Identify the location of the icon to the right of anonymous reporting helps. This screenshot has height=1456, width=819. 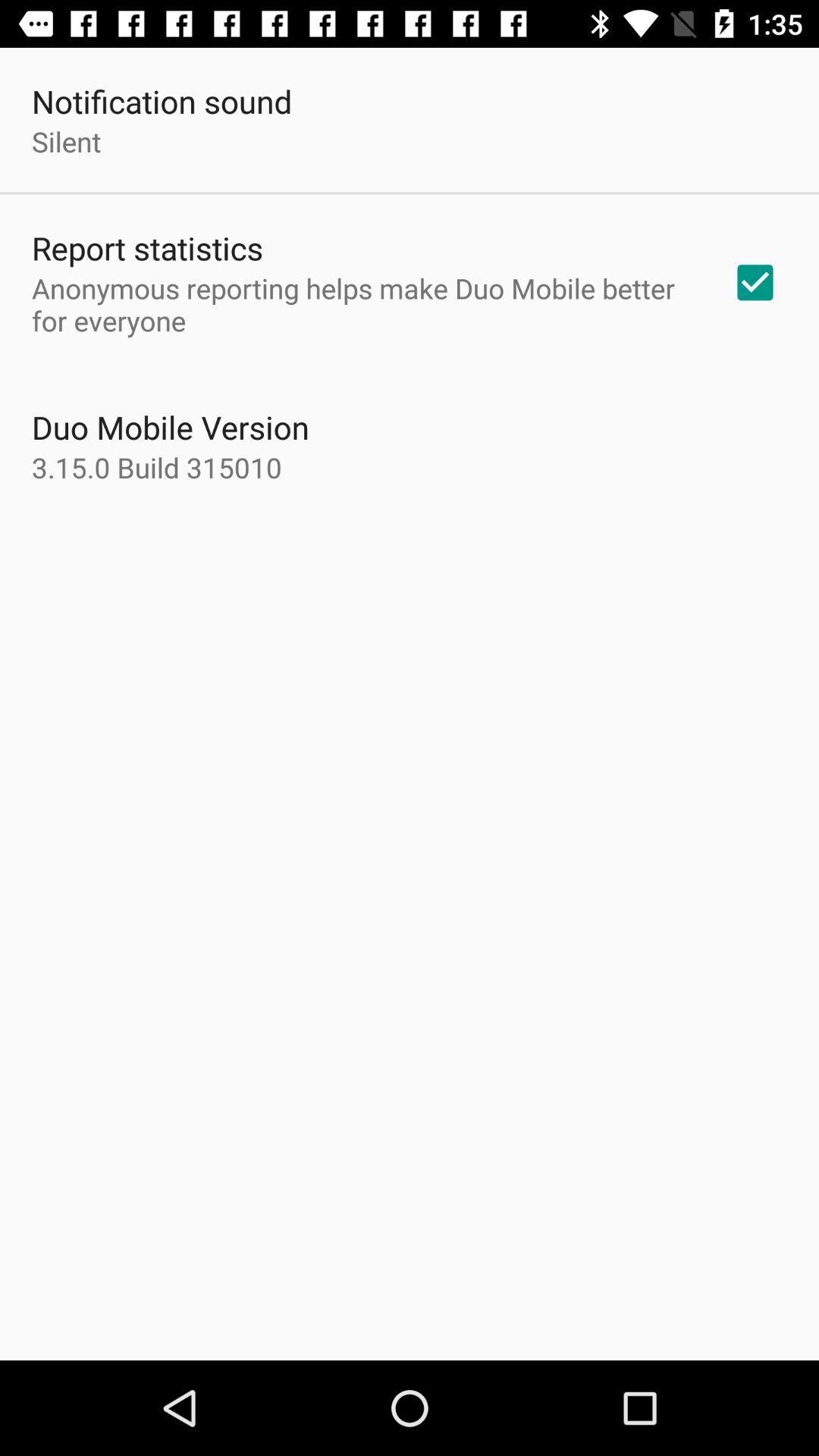
(755, 282).